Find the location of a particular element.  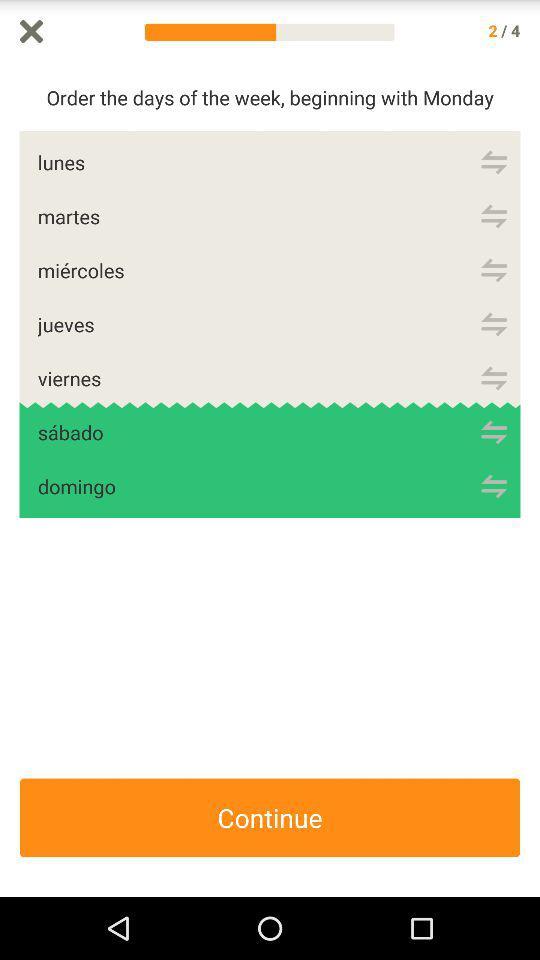

choose friday is located at coordinates (493, 377).